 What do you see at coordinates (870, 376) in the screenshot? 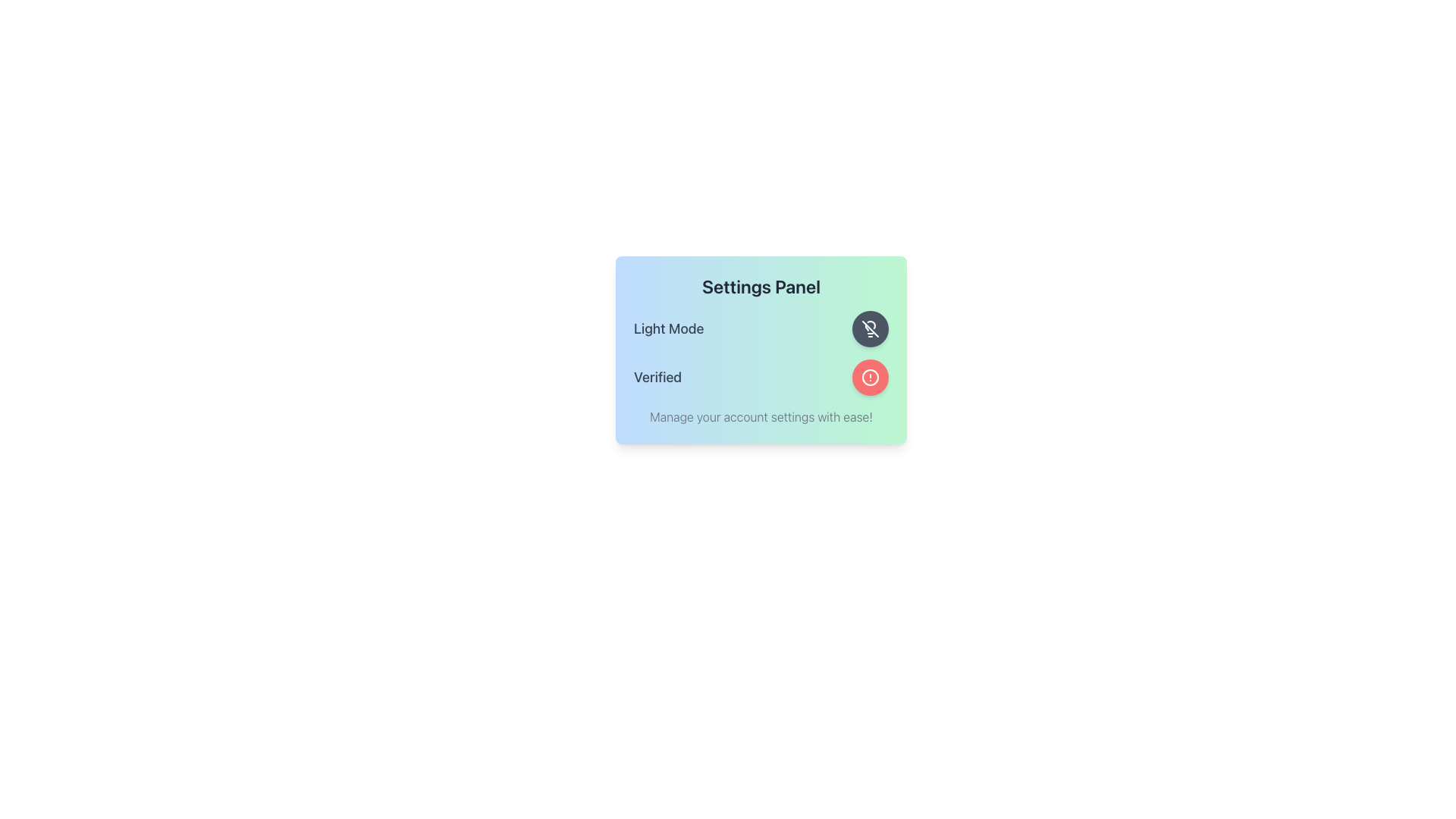
I see `the circular red alert icon located next to the 'Verified' label in the settings panel interface` at bounding box center [870, 376].